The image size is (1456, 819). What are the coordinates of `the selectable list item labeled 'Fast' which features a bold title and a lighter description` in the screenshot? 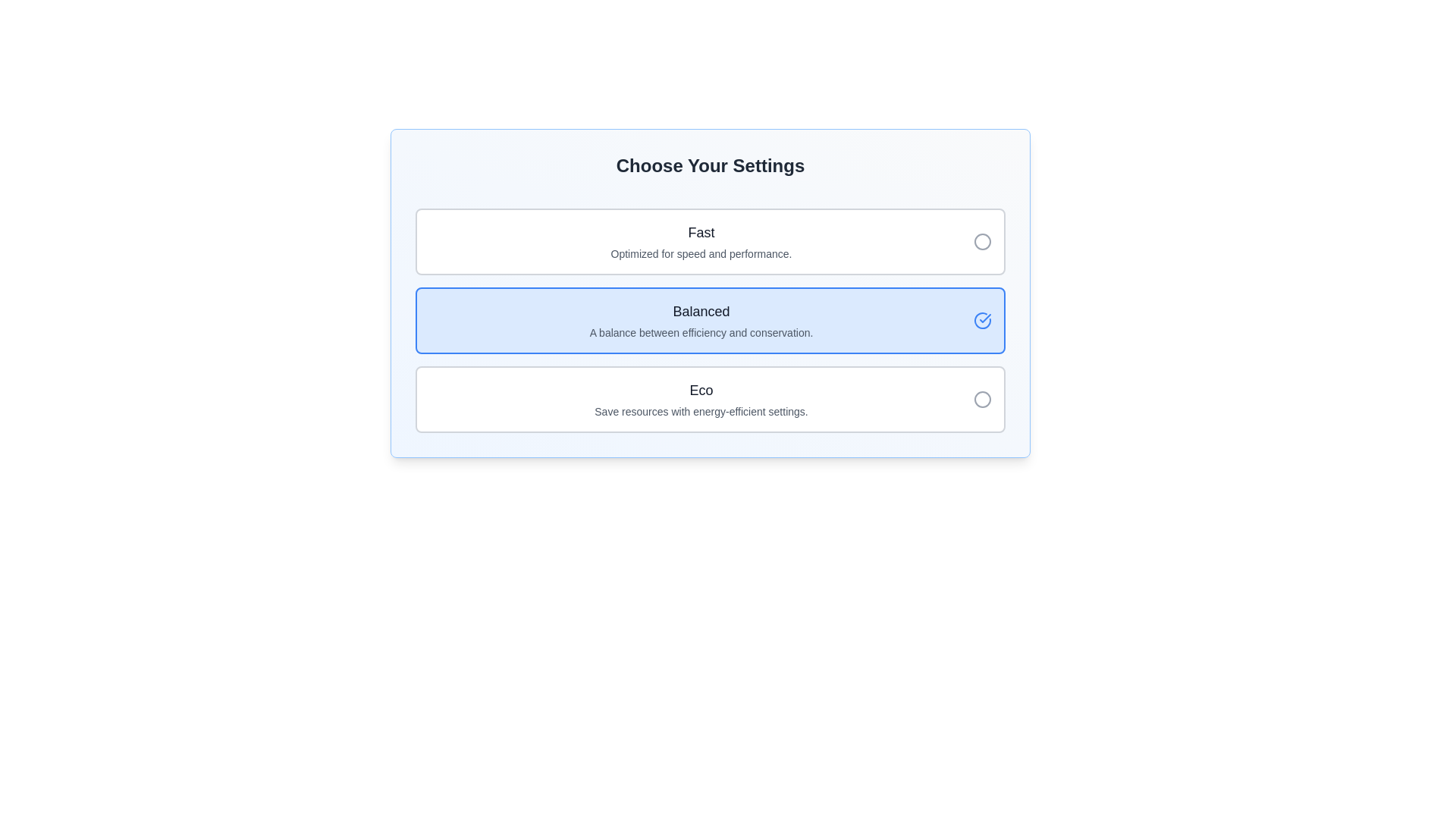 It's located at (701, 241).